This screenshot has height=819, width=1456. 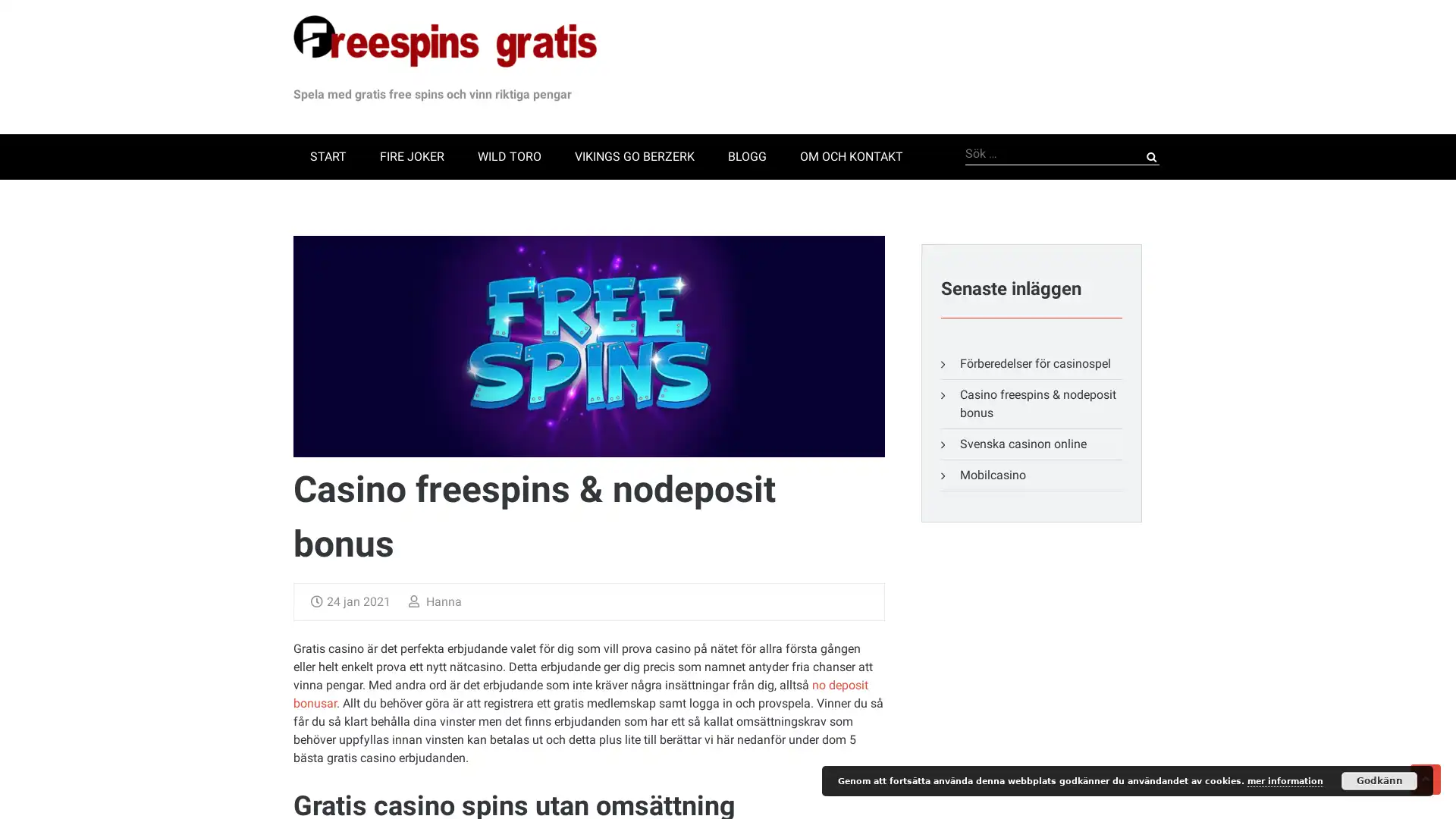 I want to click on Sok, so click(x=1146, y=158).